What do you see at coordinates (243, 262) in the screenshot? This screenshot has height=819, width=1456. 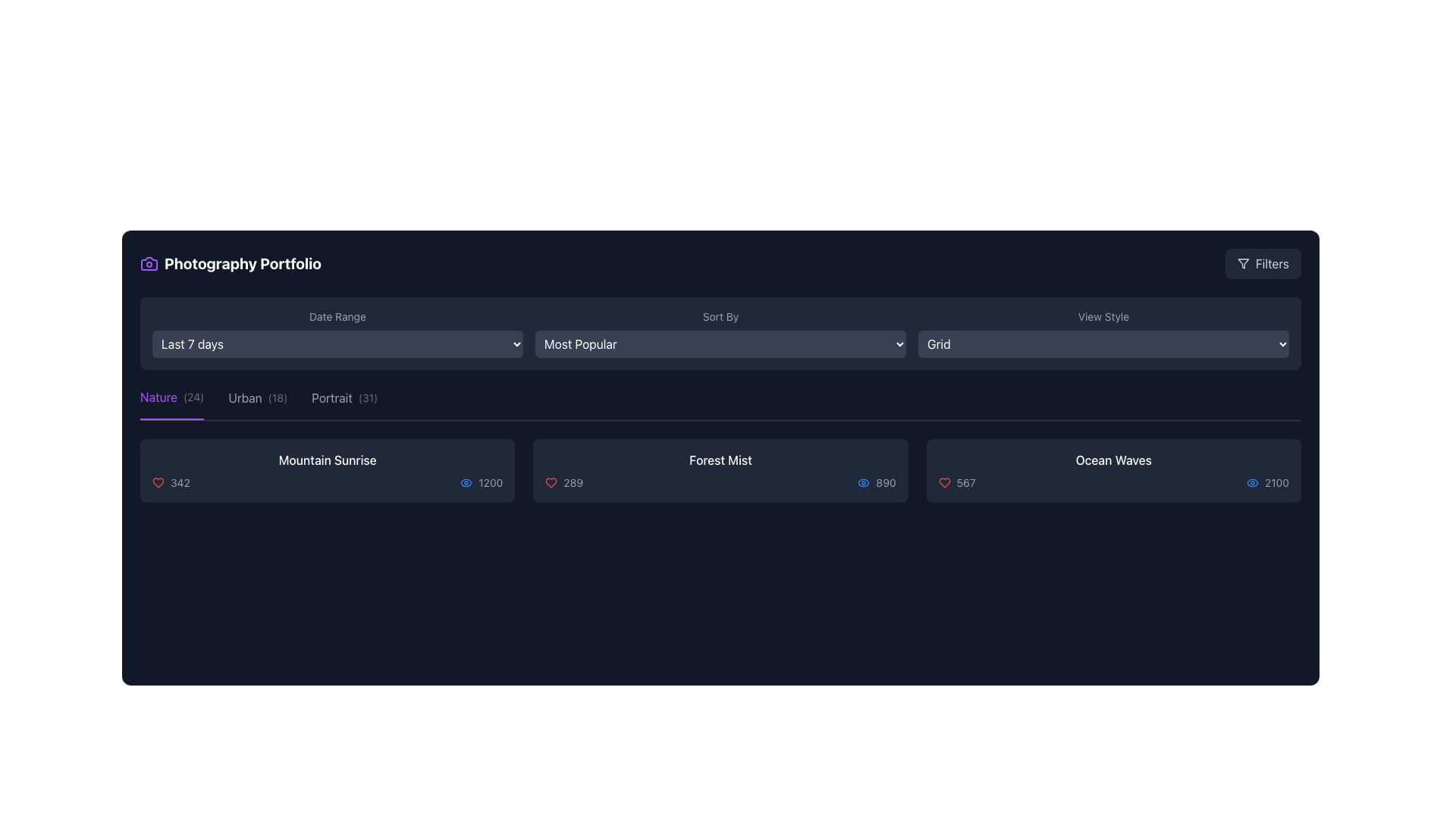 I see `the bold, white text label that reads 'Photography Portfolio', located in the upper-left section of the interface near a purple camera icon` at bounding box center [243, 262].